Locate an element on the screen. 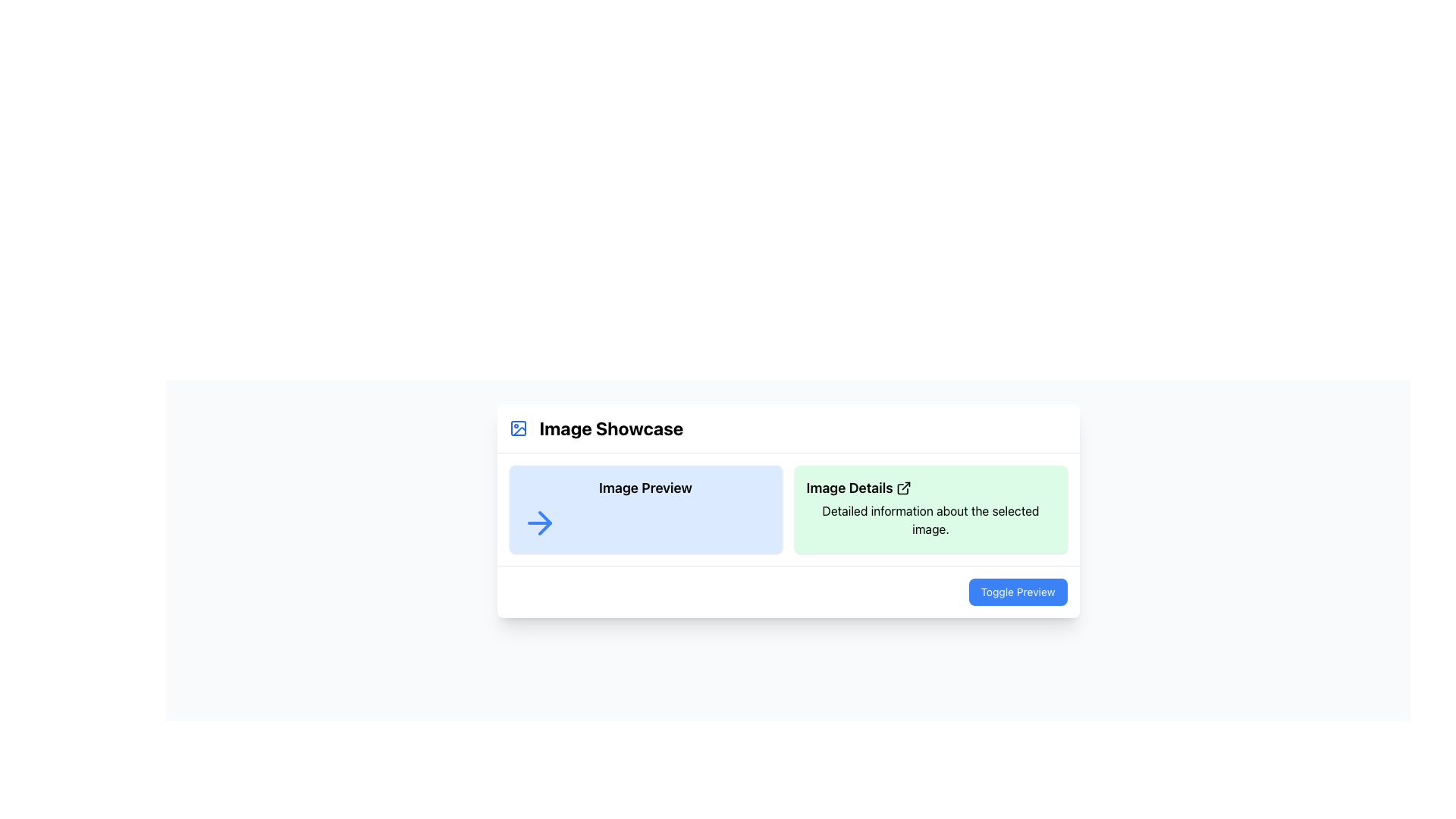  the 'Image Preview' text label which is styled with a bold font and a large size, located within a light blue rectangular background is located at coordinates (645, 488).